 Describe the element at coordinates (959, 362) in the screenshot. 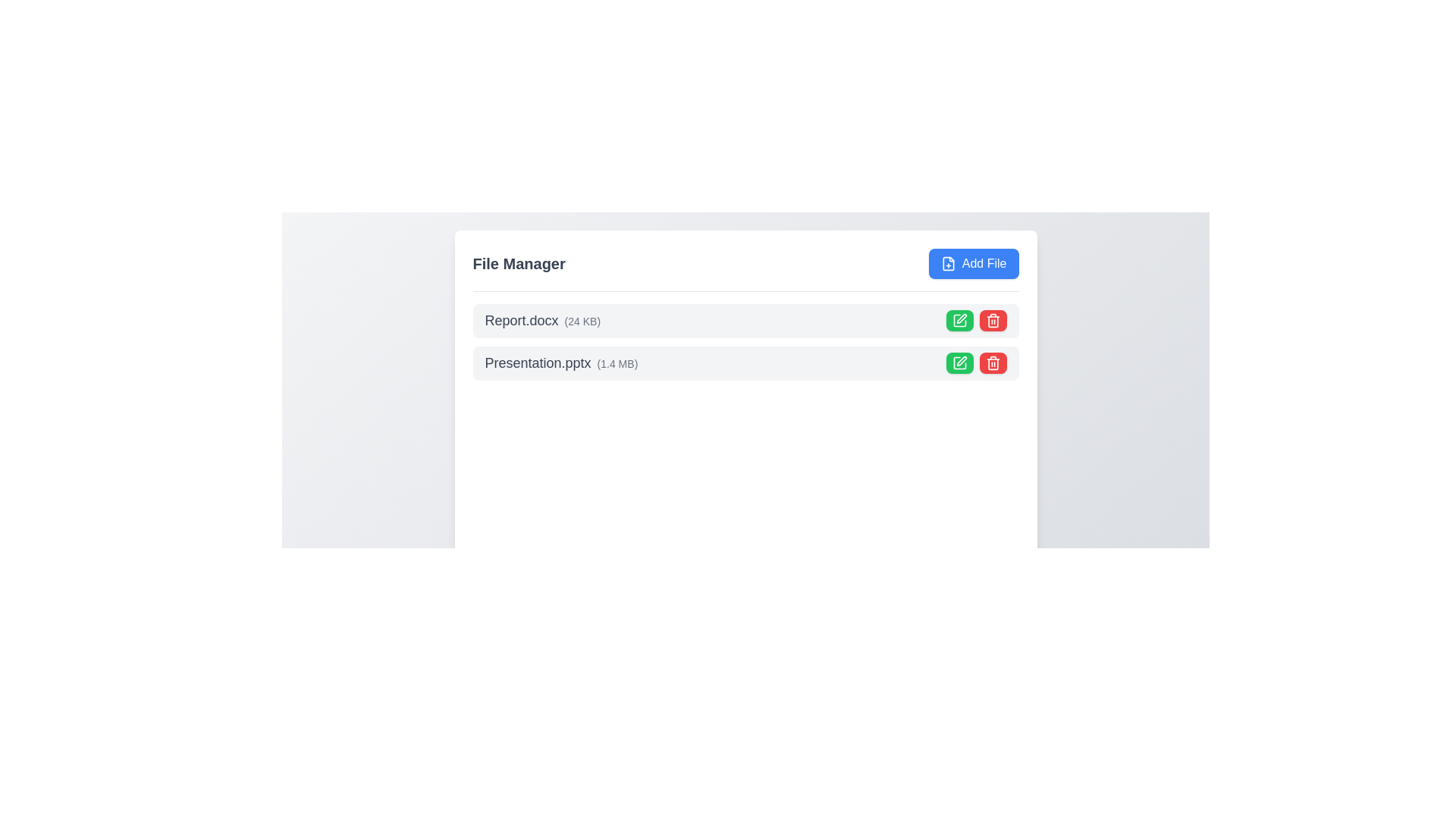

I see `the green button with white text and a pen icon indicating 'edit', located after 'Presentation.pptx' in the second row of buttons` at that location.